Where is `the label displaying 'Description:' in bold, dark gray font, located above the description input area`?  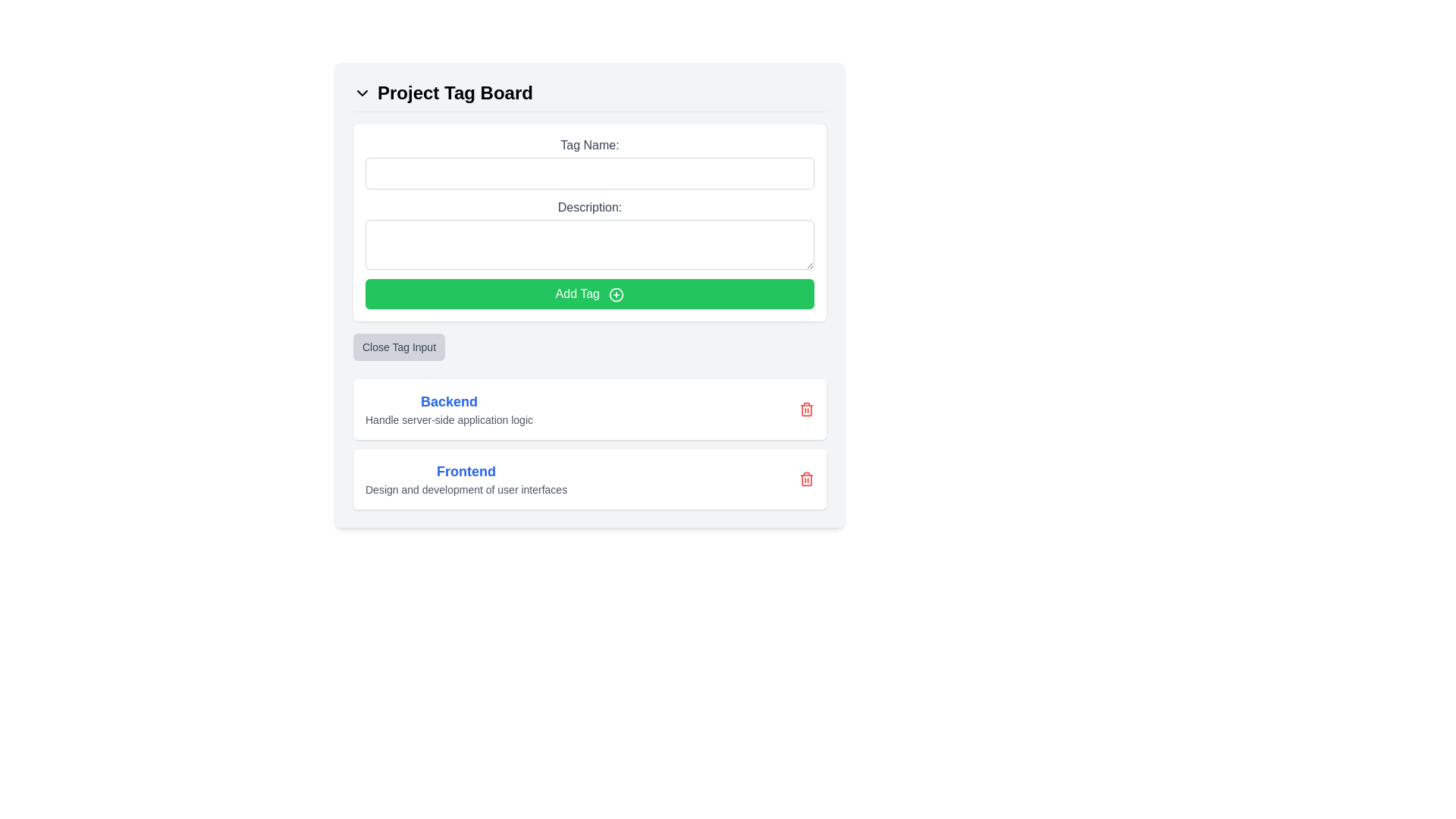 the label displaying 'Description:' in bold, dark gray font, located above the description input area is located at coordinates (588, 207).